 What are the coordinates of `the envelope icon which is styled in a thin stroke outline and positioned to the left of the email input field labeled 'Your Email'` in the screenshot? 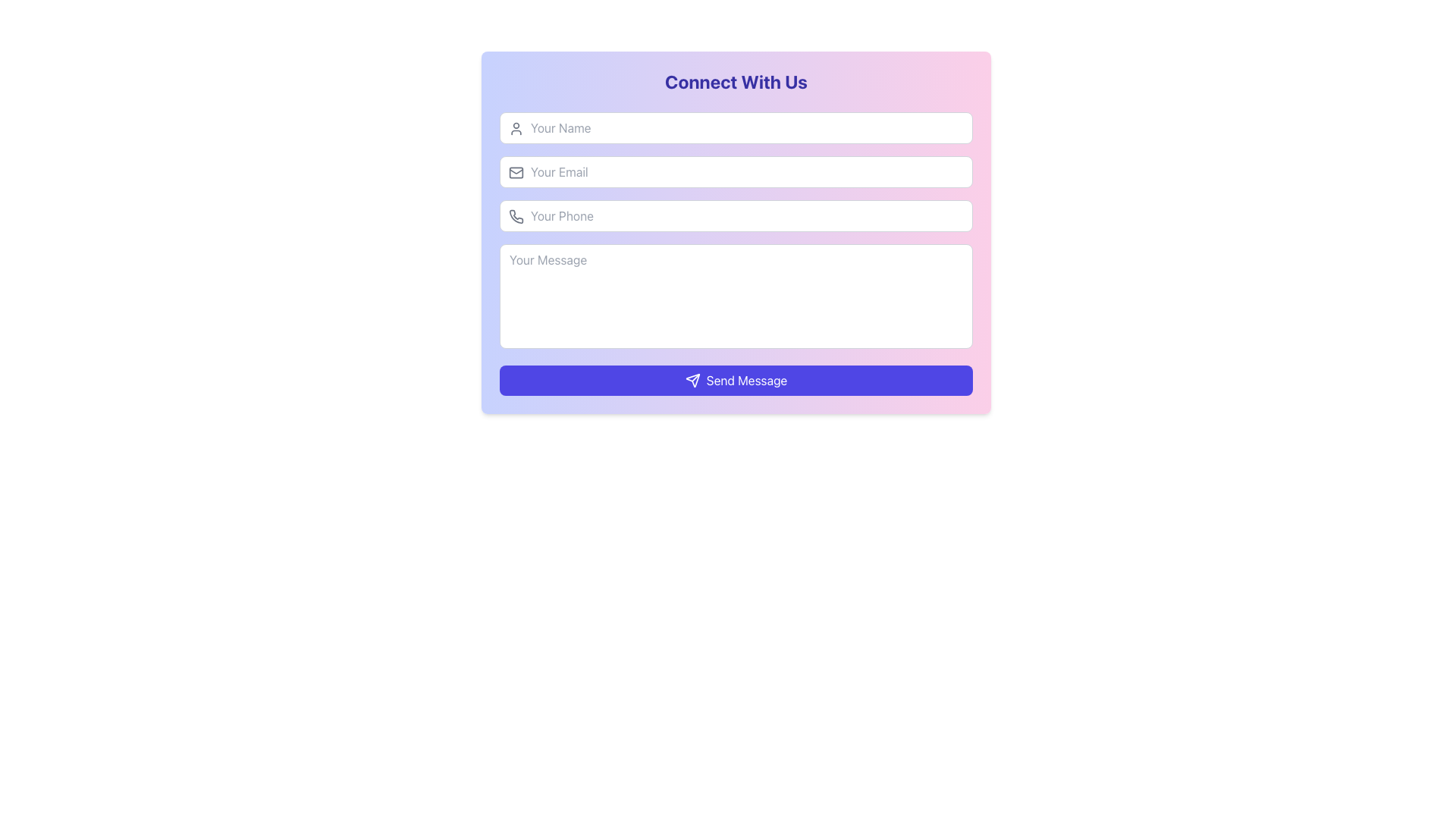 It's located at (516, 171).